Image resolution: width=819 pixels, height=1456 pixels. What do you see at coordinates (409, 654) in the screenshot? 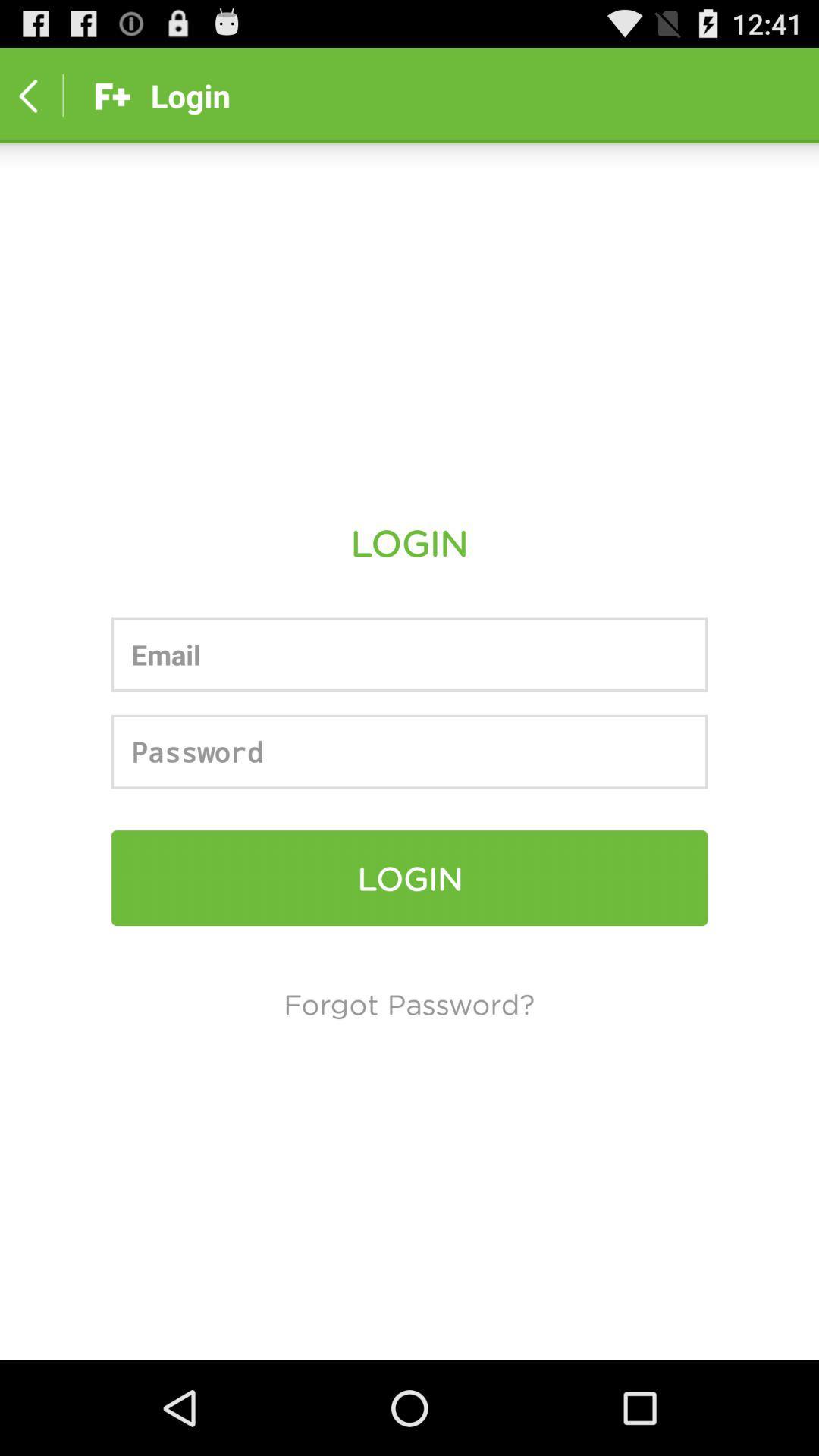
I see `the email` at bounding box center [409, 654].